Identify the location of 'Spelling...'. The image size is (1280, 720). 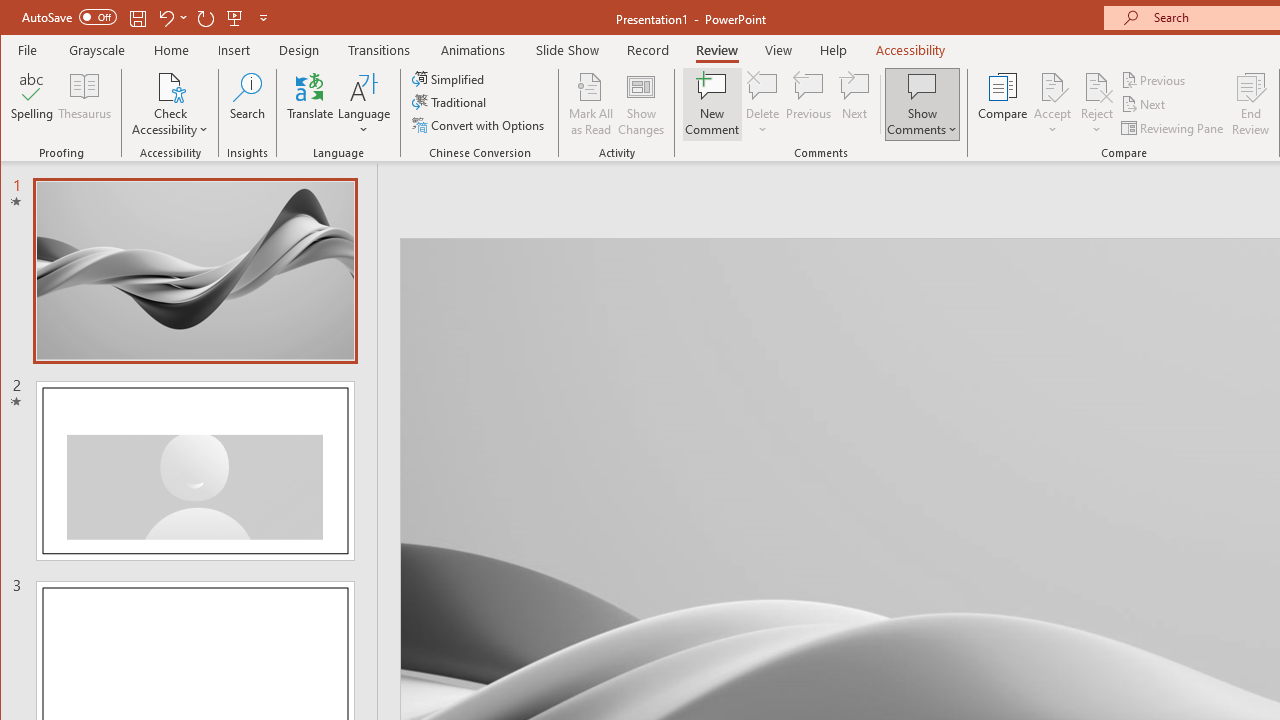
(32, 104).